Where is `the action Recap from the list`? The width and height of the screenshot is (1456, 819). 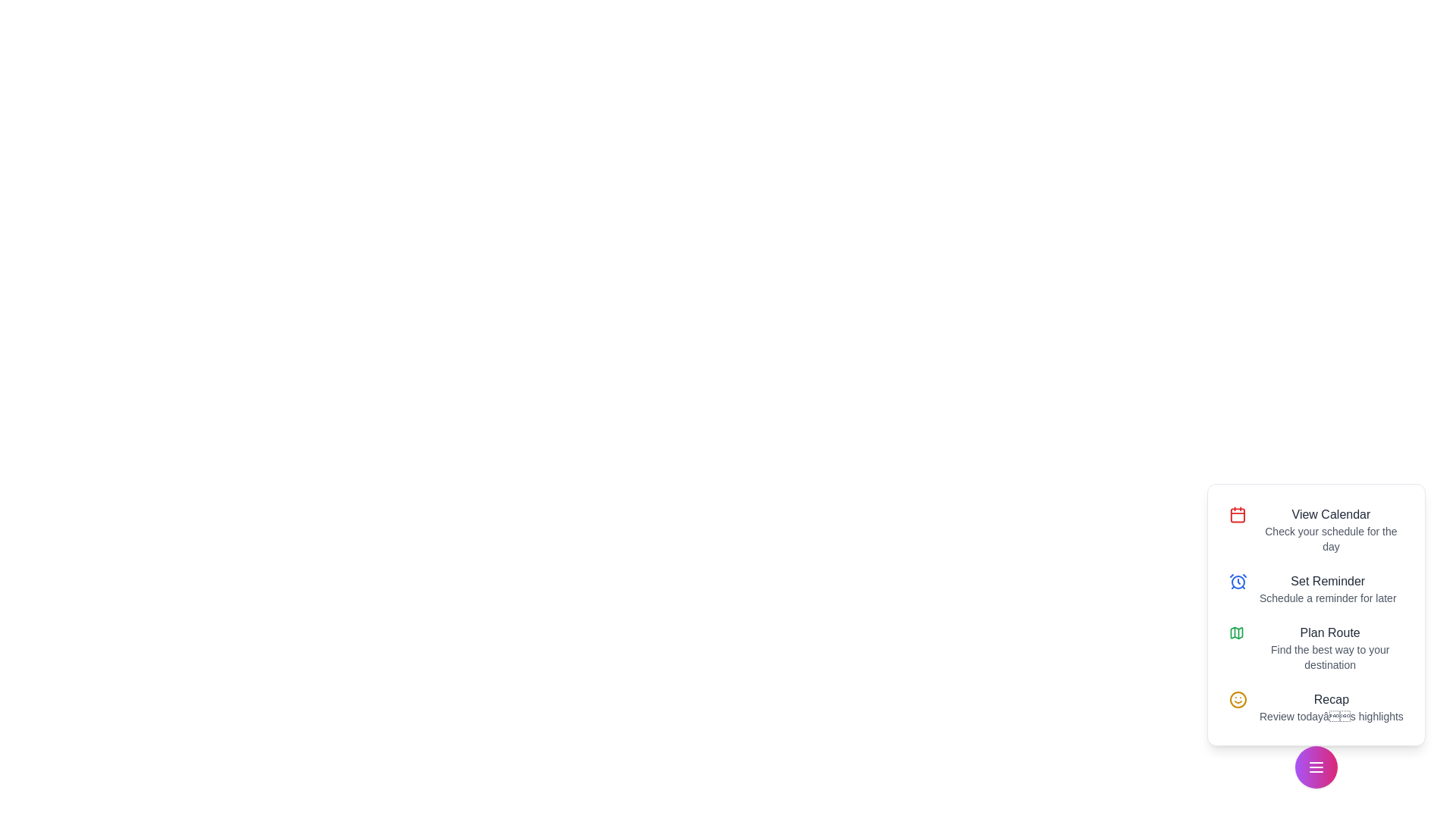
the action Recap from the list is located at coordinates (1316, 708).